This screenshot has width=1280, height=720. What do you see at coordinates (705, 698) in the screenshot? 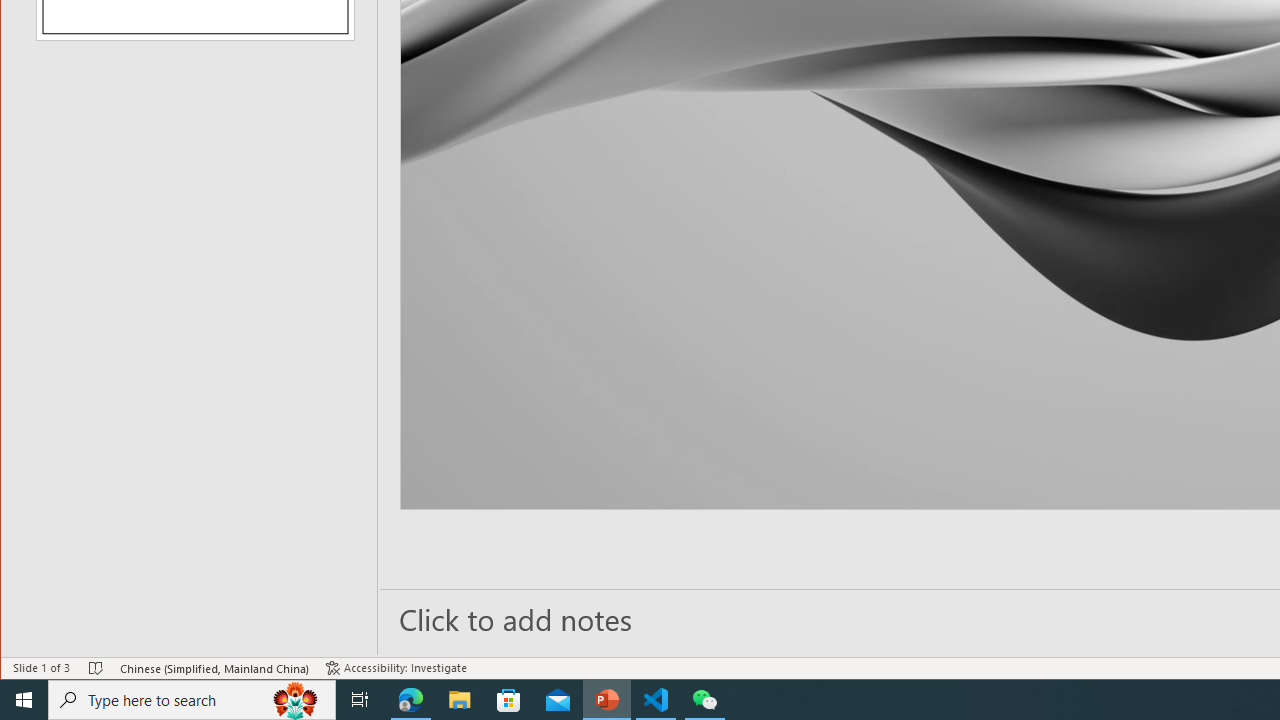
I see `'WeChat - 1 running window'` at bounding box center [705, 698].